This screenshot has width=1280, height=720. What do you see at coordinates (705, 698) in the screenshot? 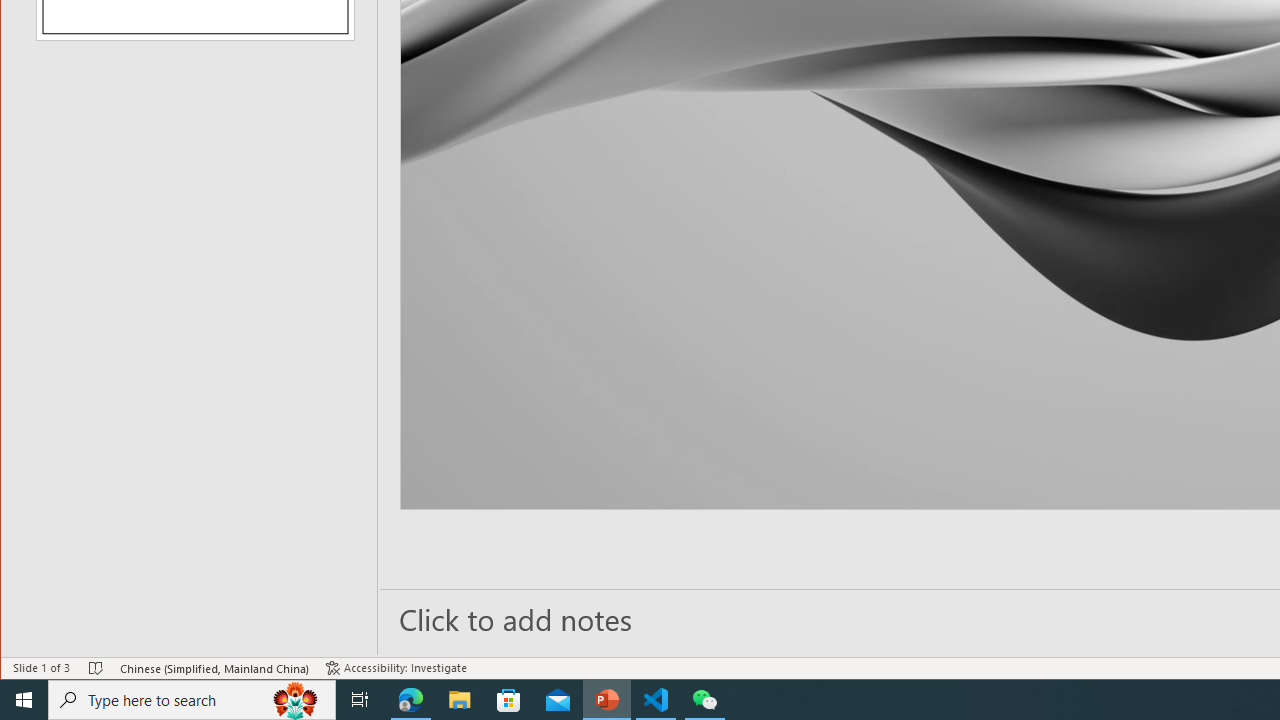
I see `'WeChat - 1 running window'` at bounding box center [705, 698].